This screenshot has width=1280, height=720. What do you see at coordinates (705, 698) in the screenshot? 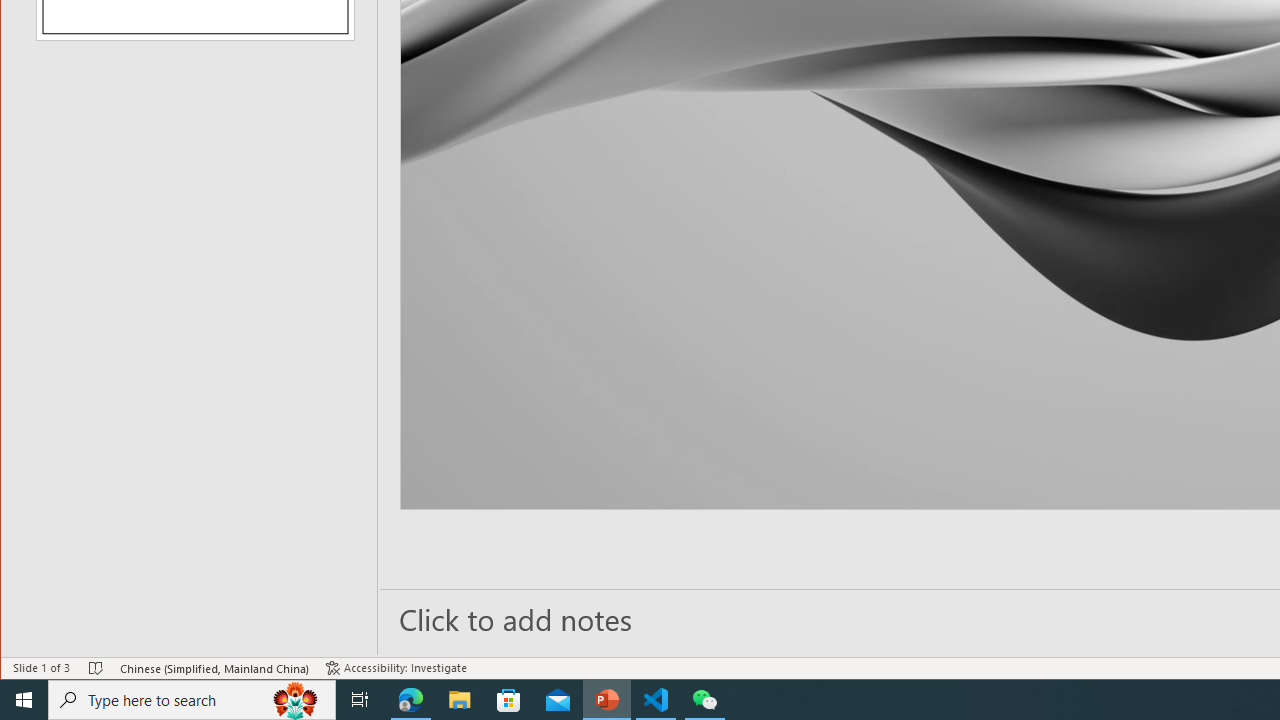
I see `'WeChat - 1 running window'` at bounding box center [705, 698].